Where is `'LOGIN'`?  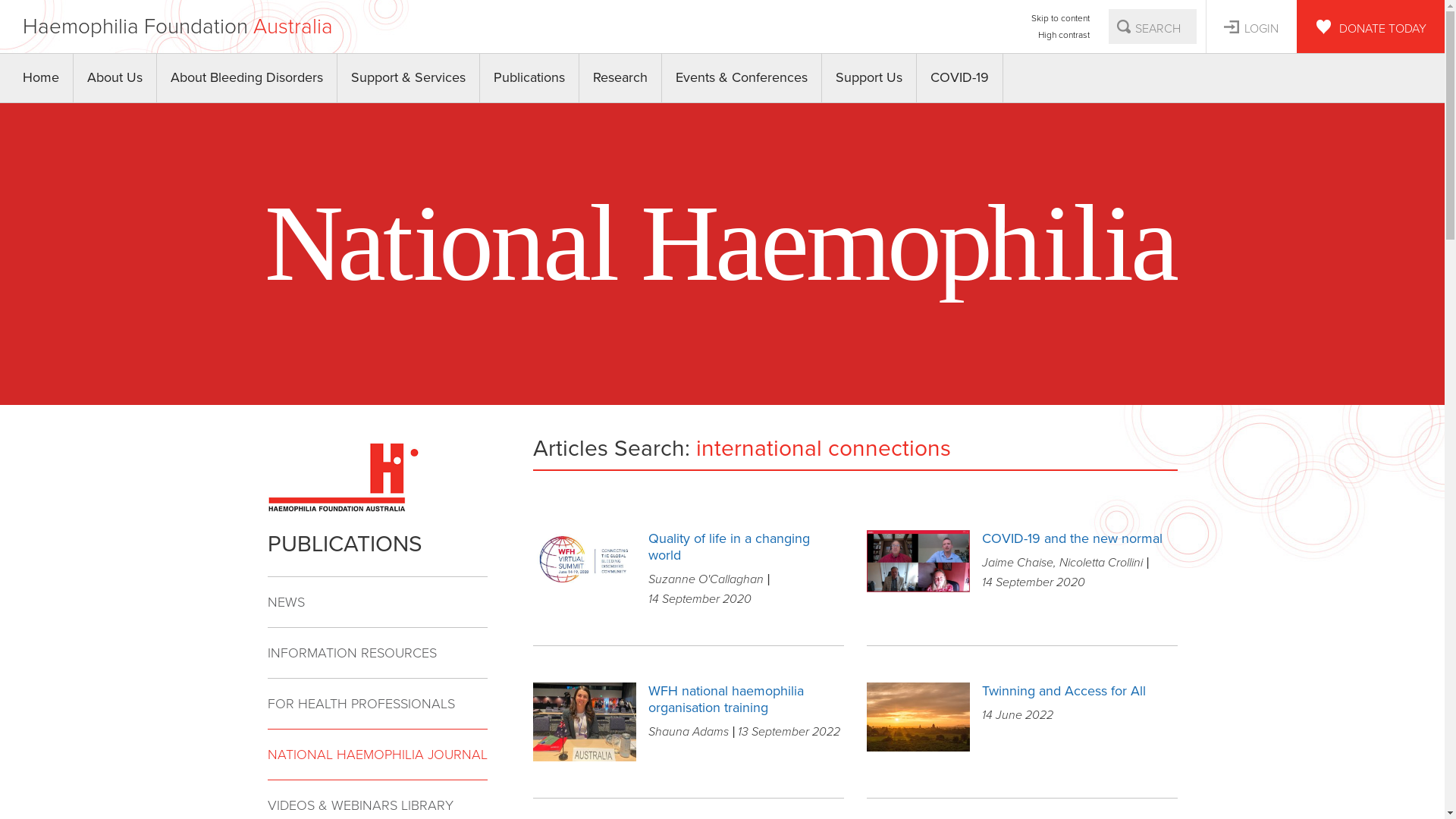
'LOGIN' is located at coordinates (1204, 26).